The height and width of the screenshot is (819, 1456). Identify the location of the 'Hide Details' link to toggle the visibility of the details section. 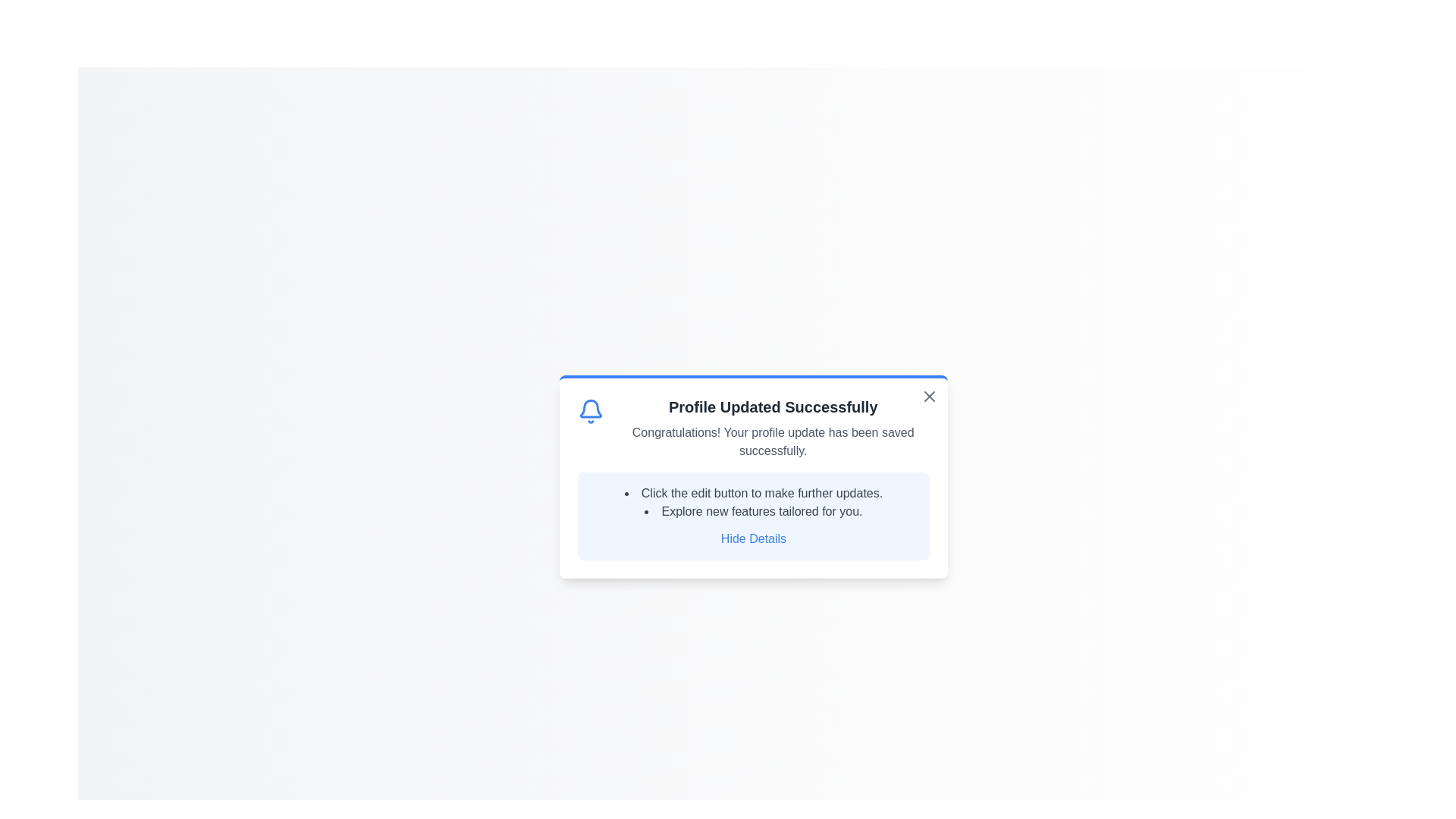
(753, 538).